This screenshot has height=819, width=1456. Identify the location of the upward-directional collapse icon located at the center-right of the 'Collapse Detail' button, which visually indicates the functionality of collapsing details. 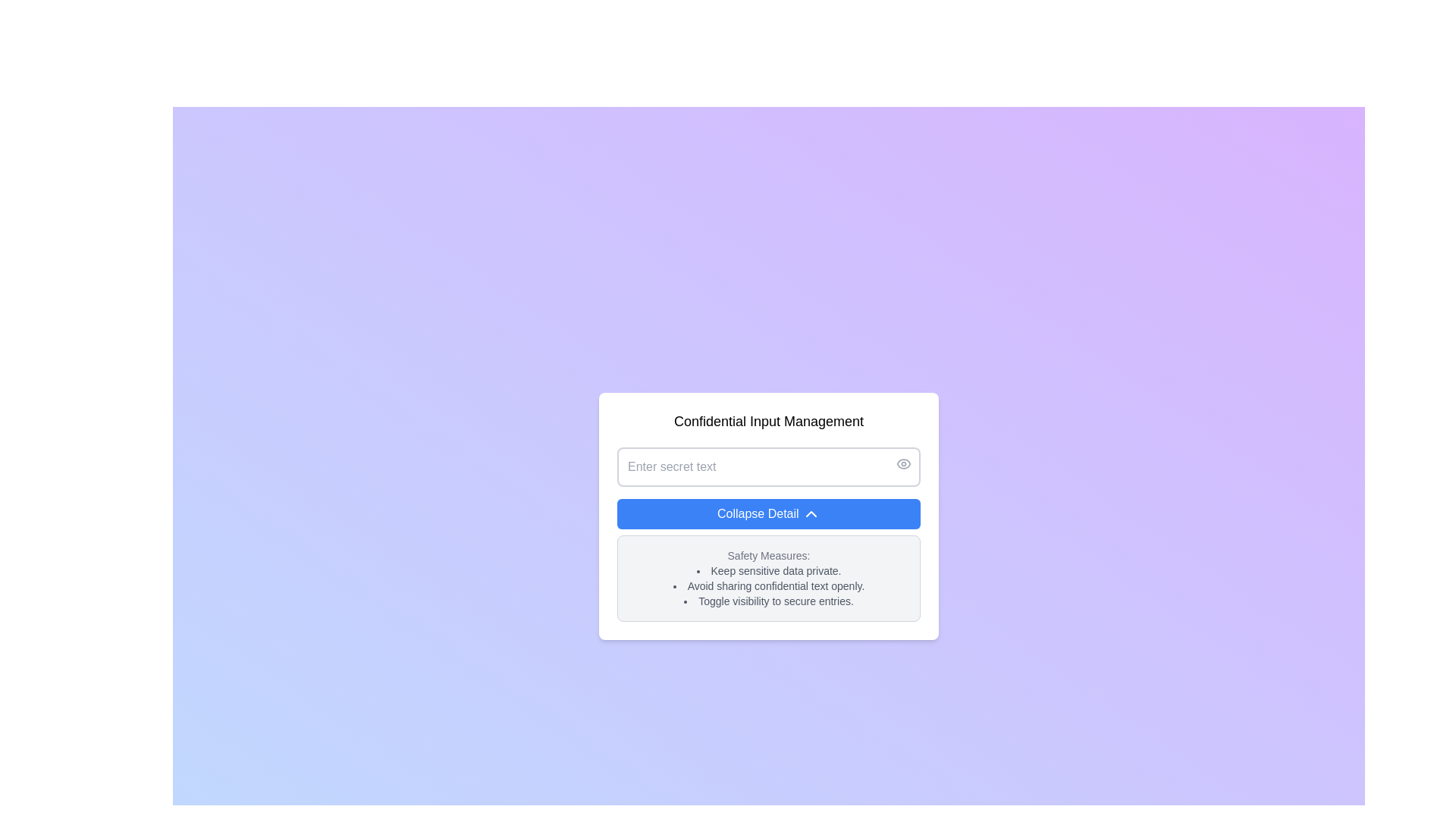
(811, 513).